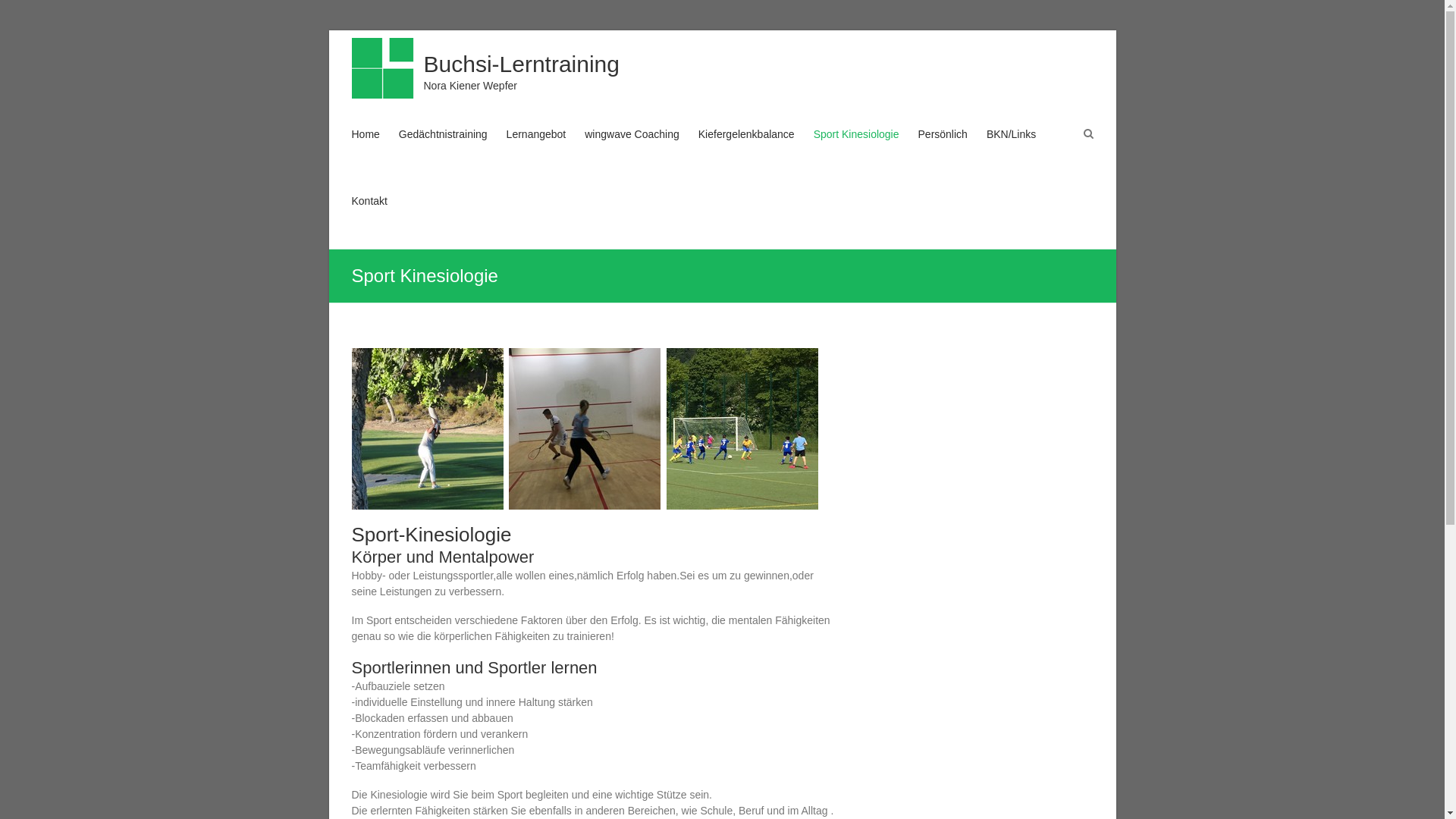 Image resolution: width=1456 pixels, height=819 pixels. What do you see at coordinates (746, 149) in the screenshot?
I see `'Kiefergelenkbalance'` at bounding box center [746, 149].